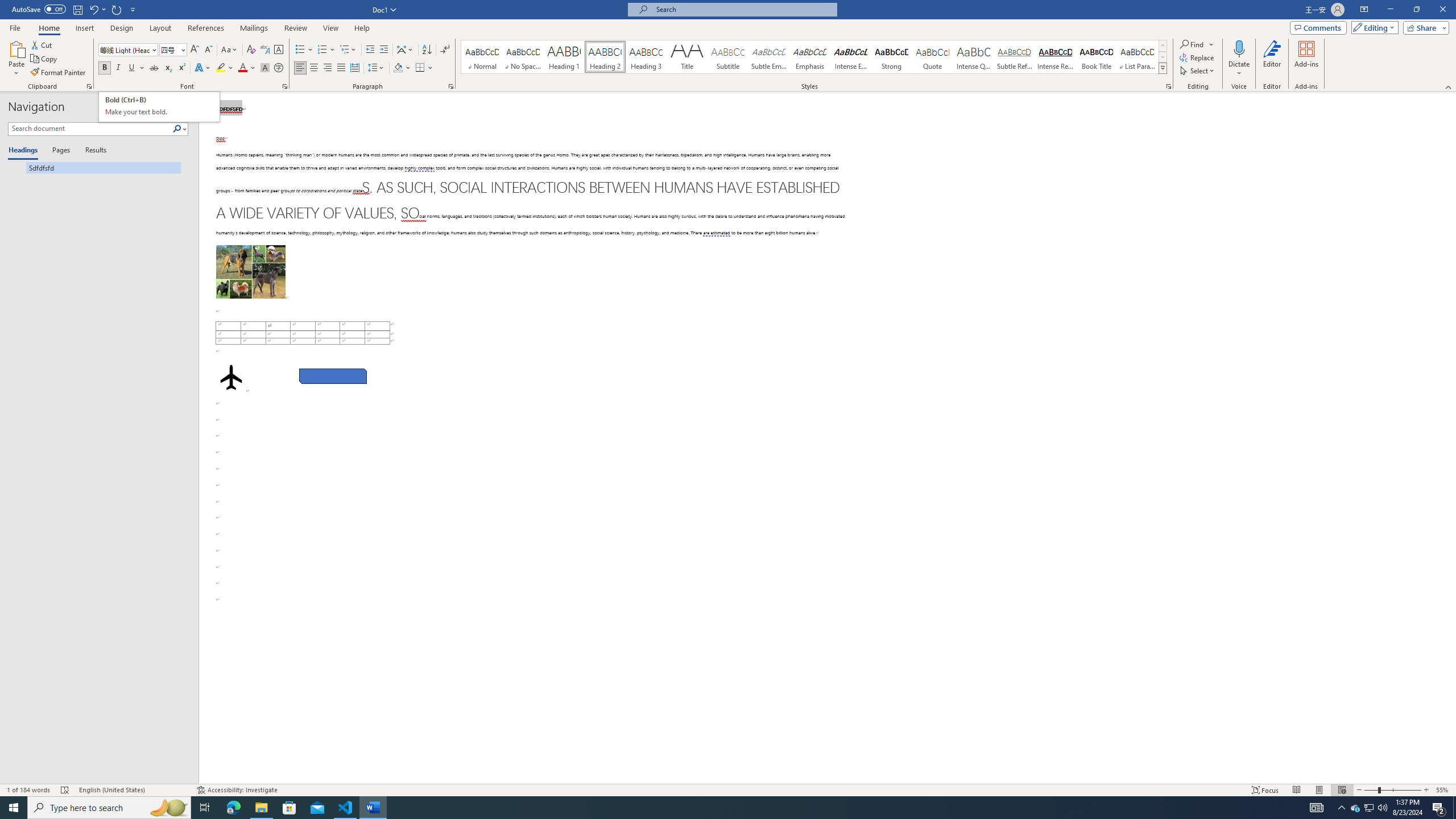 This screenshot has height=819, width=1456. Describe the element at coordinates (313, 67) in the screenshot. I see `'Center'` at that location.